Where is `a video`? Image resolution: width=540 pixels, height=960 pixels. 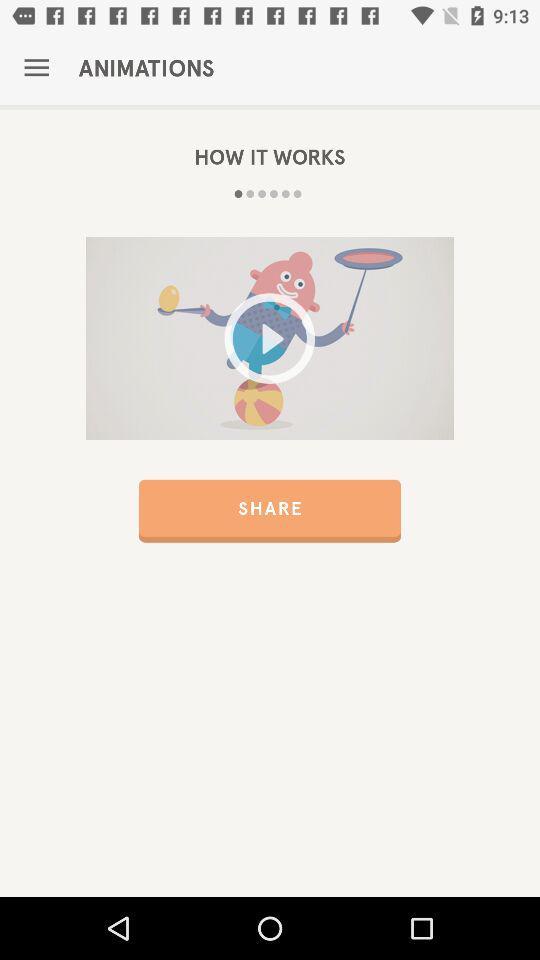
a video is located at coordinates (270, 338).